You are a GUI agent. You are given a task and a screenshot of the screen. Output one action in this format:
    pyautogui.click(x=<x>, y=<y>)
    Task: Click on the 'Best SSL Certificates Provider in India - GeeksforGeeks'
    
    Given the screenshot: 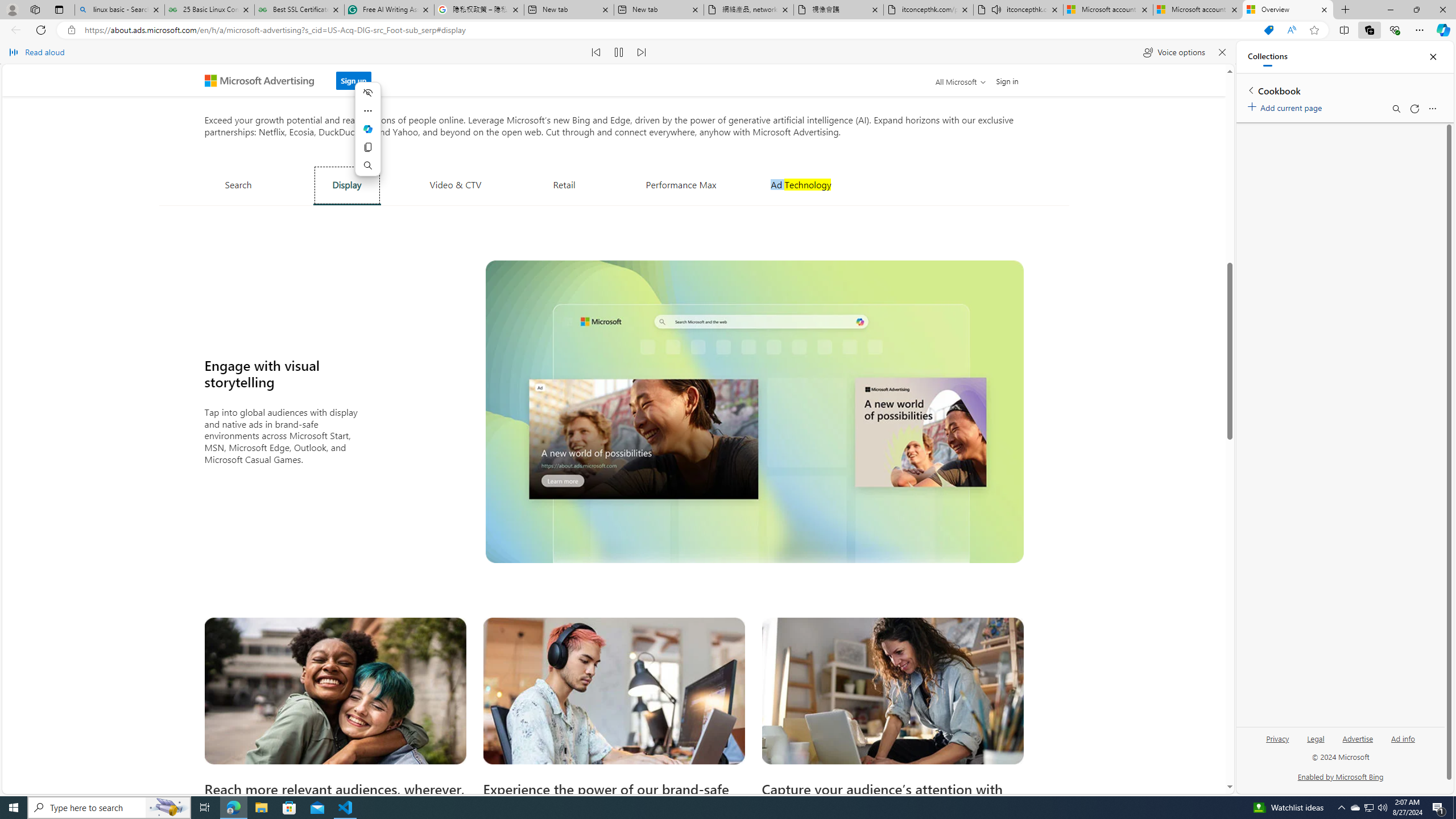 What is the action you would take?
    pyautogui.click(x=299, y=9)
    